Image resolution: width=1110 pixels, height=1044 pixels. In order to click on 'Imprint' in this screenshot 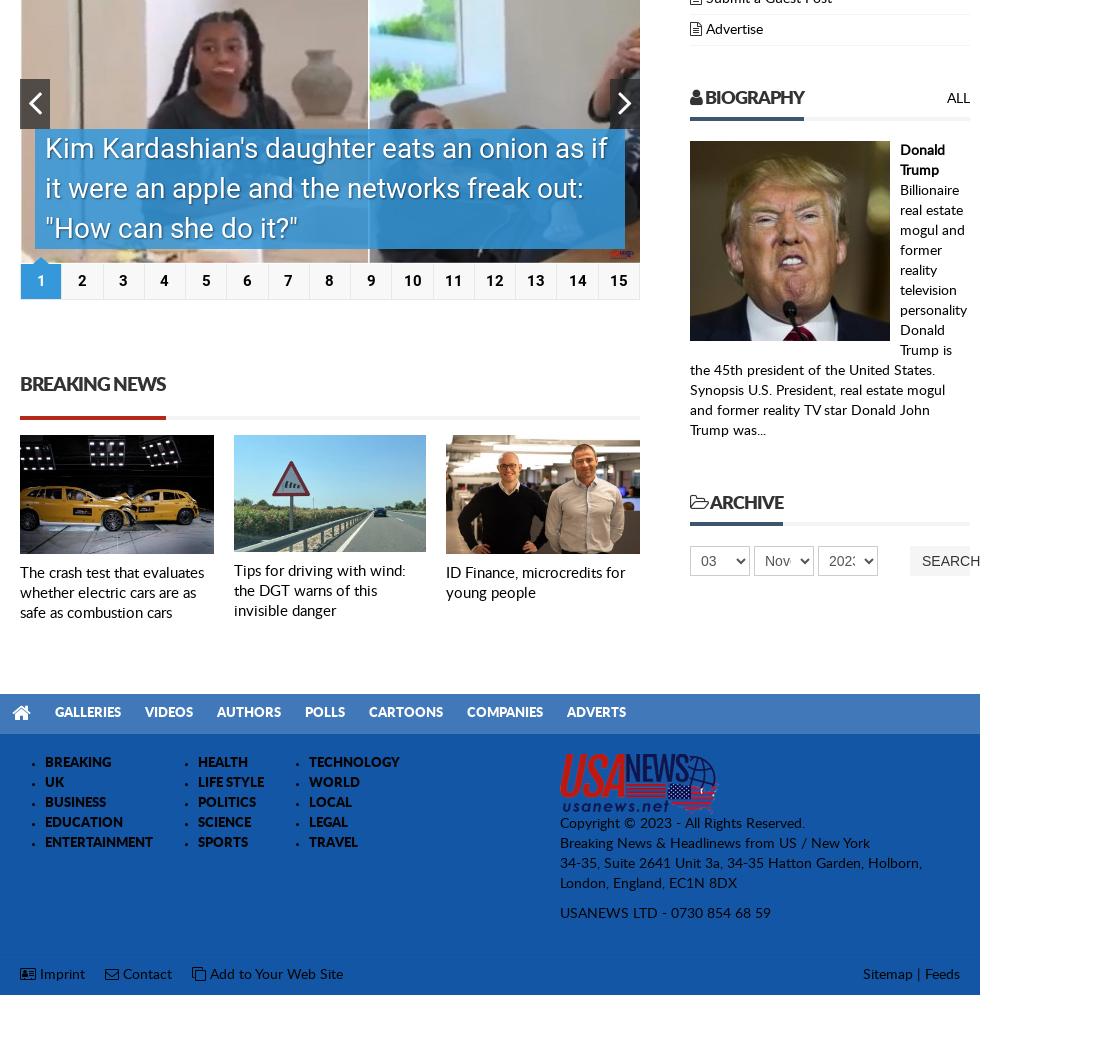, I will do `click(59, 973)`.